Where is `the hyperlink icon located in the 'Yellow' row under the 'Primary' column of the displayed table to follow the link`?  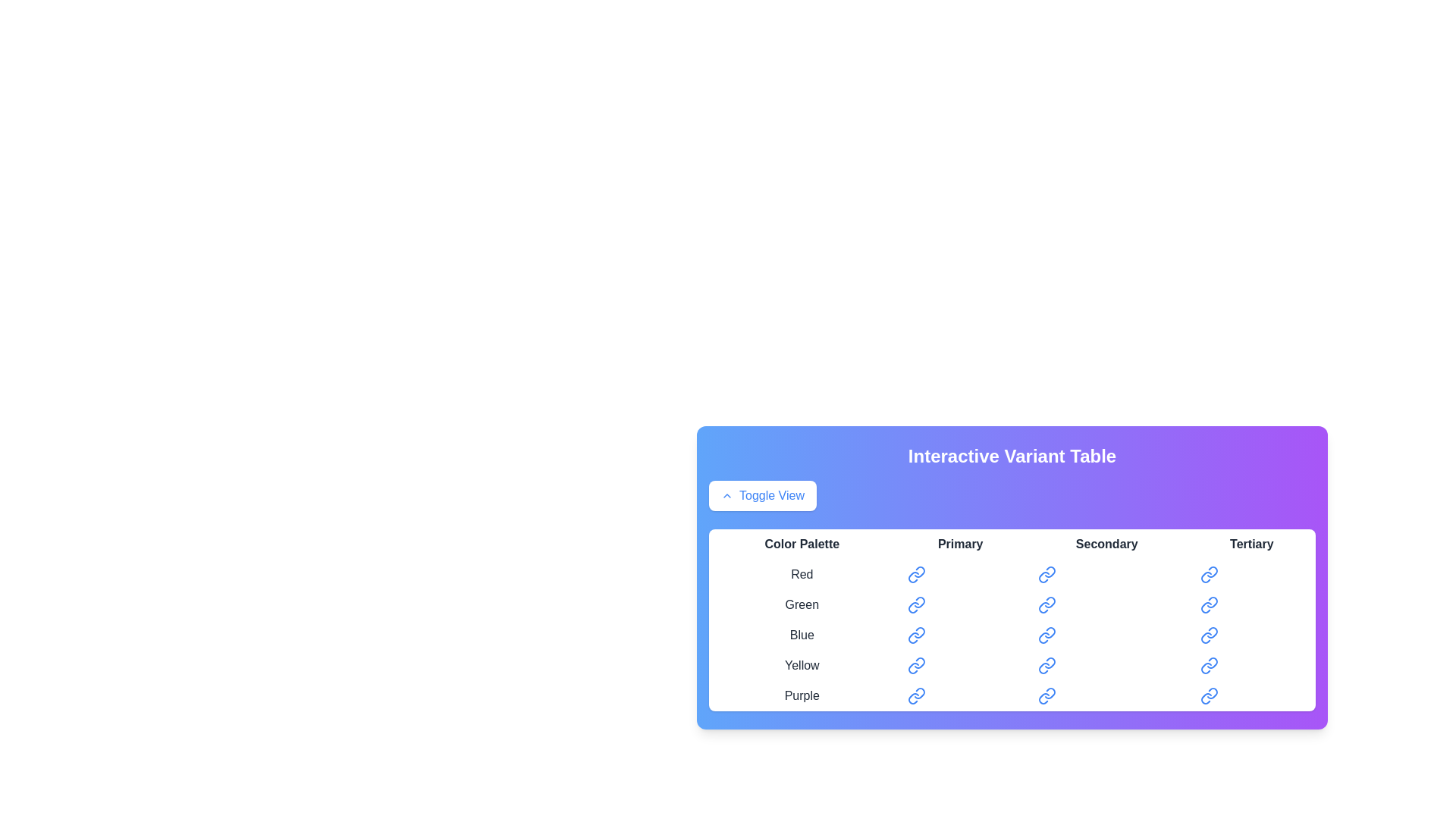
the hyperlink icon located in the 'Yellow' row under the 'Primary' column of the displayed table to follow the link is located at coordinates (912, 667).